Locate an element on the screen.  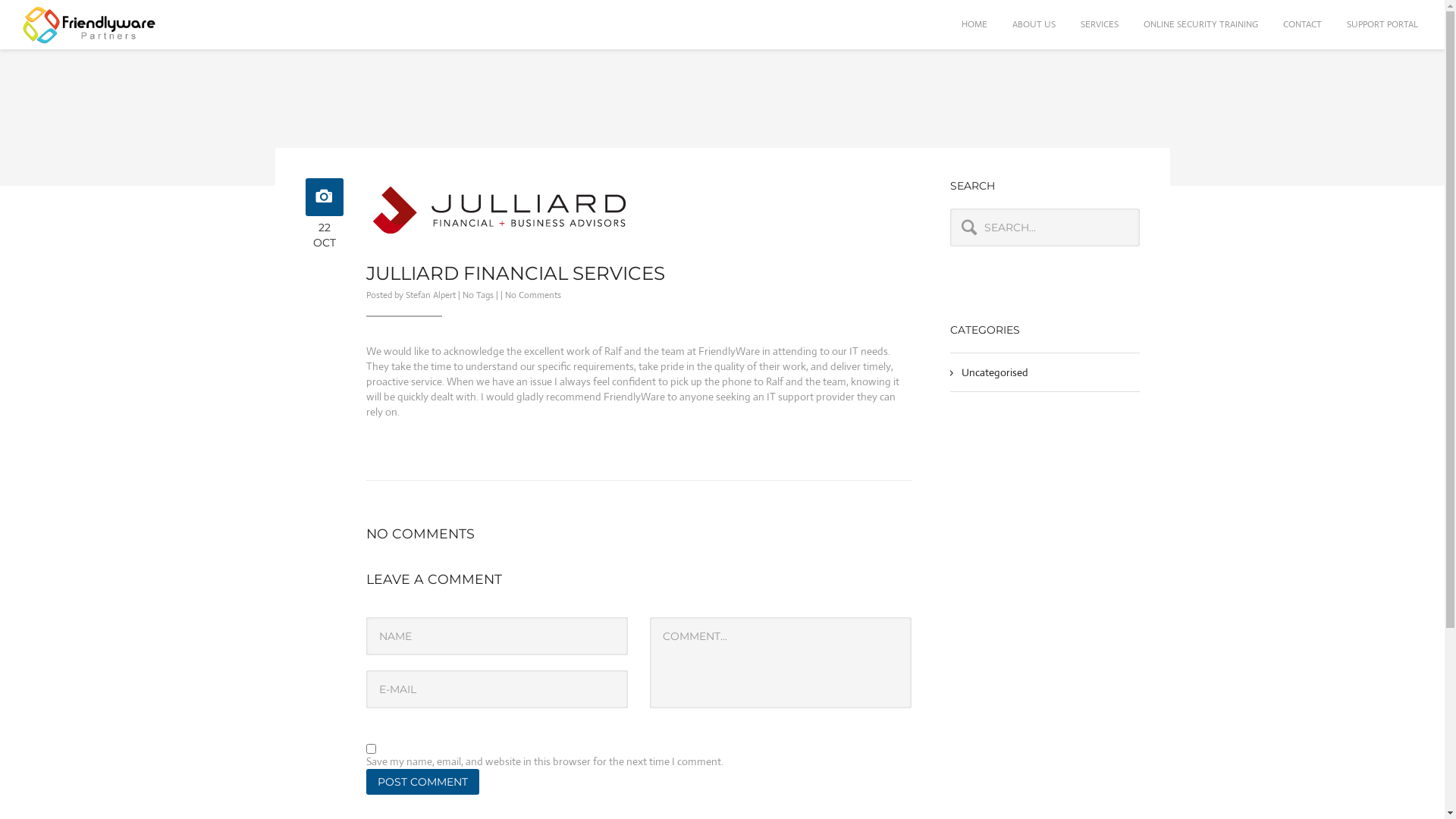
'Post Comment' is located at coordinates (365, 781).